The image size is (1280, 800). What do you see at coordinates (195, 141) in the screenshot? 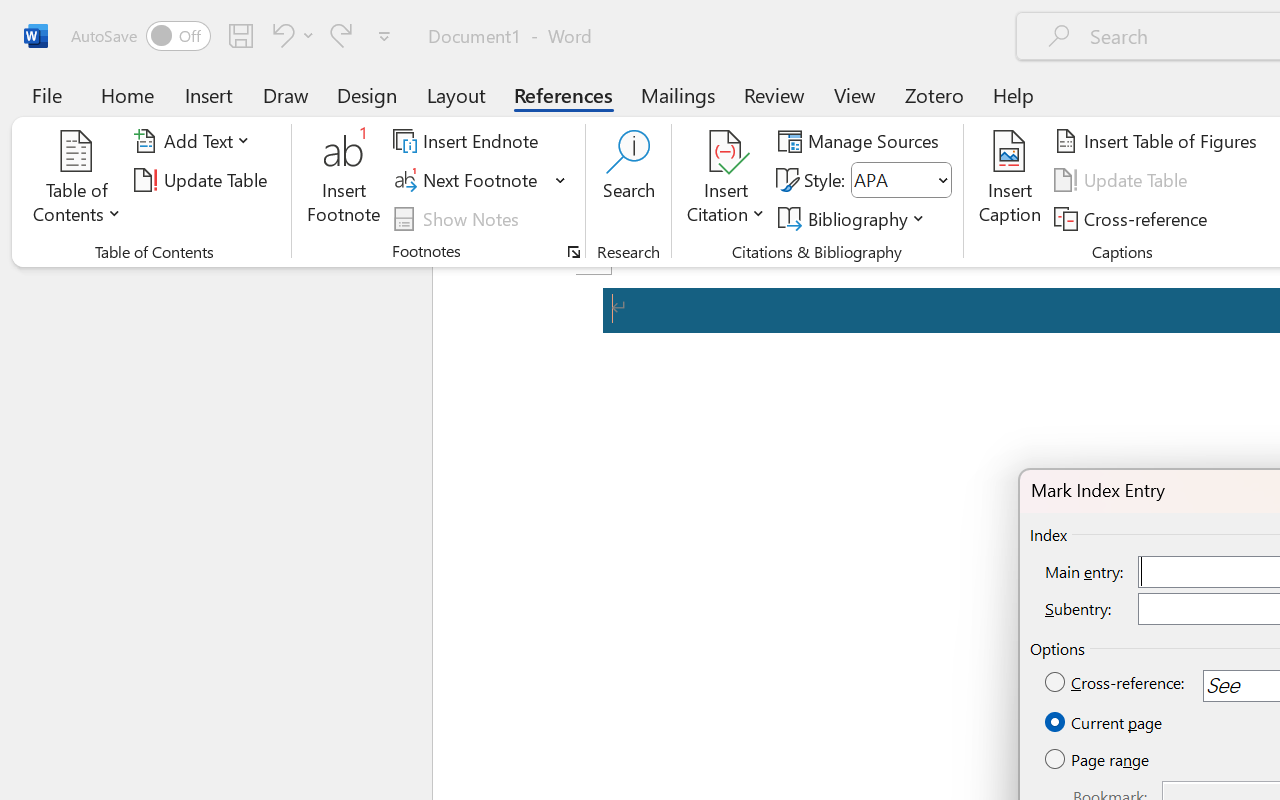
I see `'Add Text'` at bounding box center [195, 141].